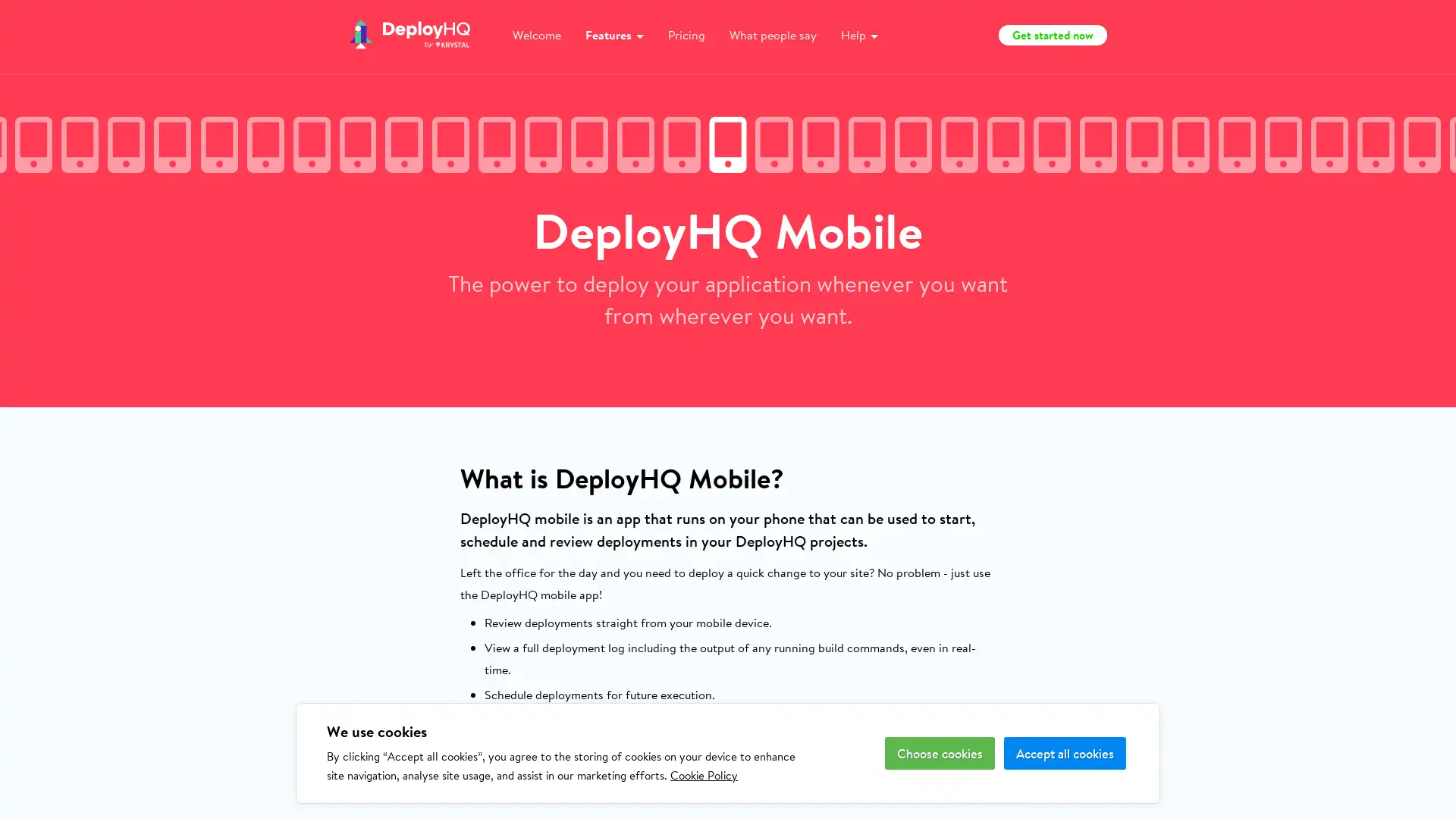 The width and height of the screenshot is (1456, 819). Describe the element at coordinates (939, 753) in the screenshot. I see `Choose cookies` at that location.